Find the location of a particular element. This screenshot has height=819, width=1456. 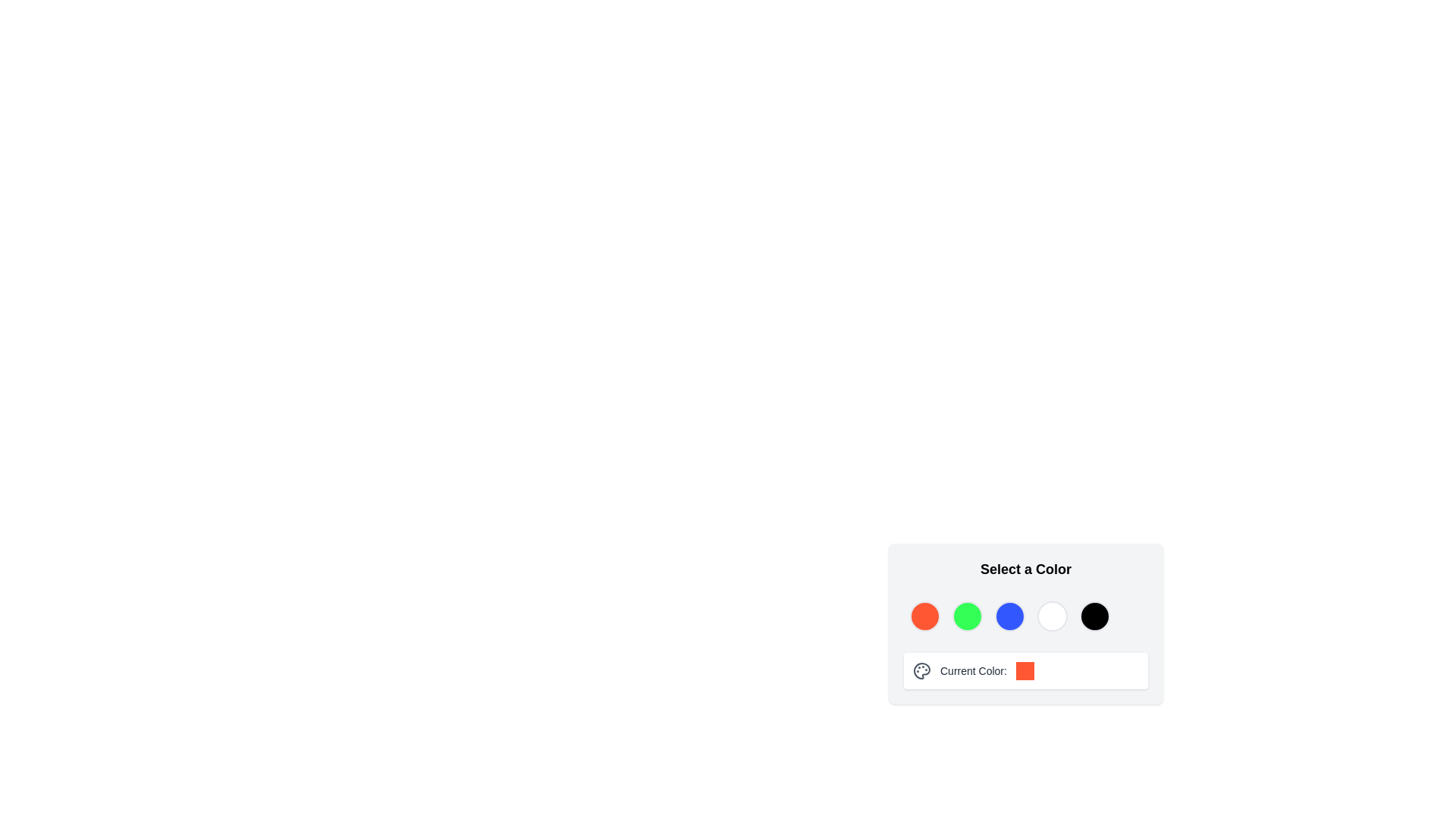

the circular button on the color picker panel is located at coordinates (1026, 643).